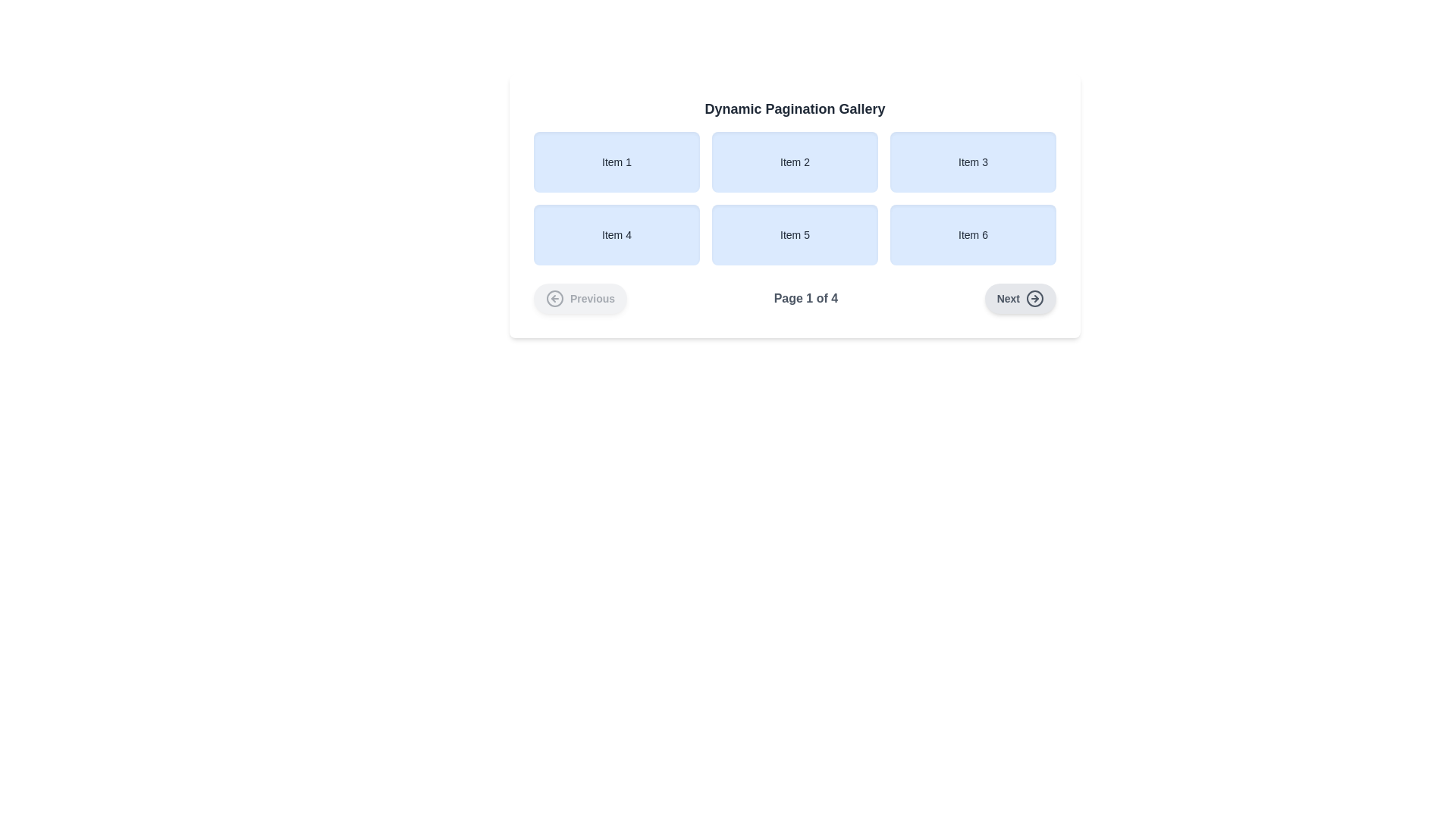 This screenshot has width=1456, height=819. What do you see at coordinates (973, 234) in the screenshot?
I see `the static display box labeled 'Item 6', located in the bottom-right corner of a 3x2 grid layout, positioned below 'Item 3' and to the right of 'Item 5'` at bounding box center [973, 234].